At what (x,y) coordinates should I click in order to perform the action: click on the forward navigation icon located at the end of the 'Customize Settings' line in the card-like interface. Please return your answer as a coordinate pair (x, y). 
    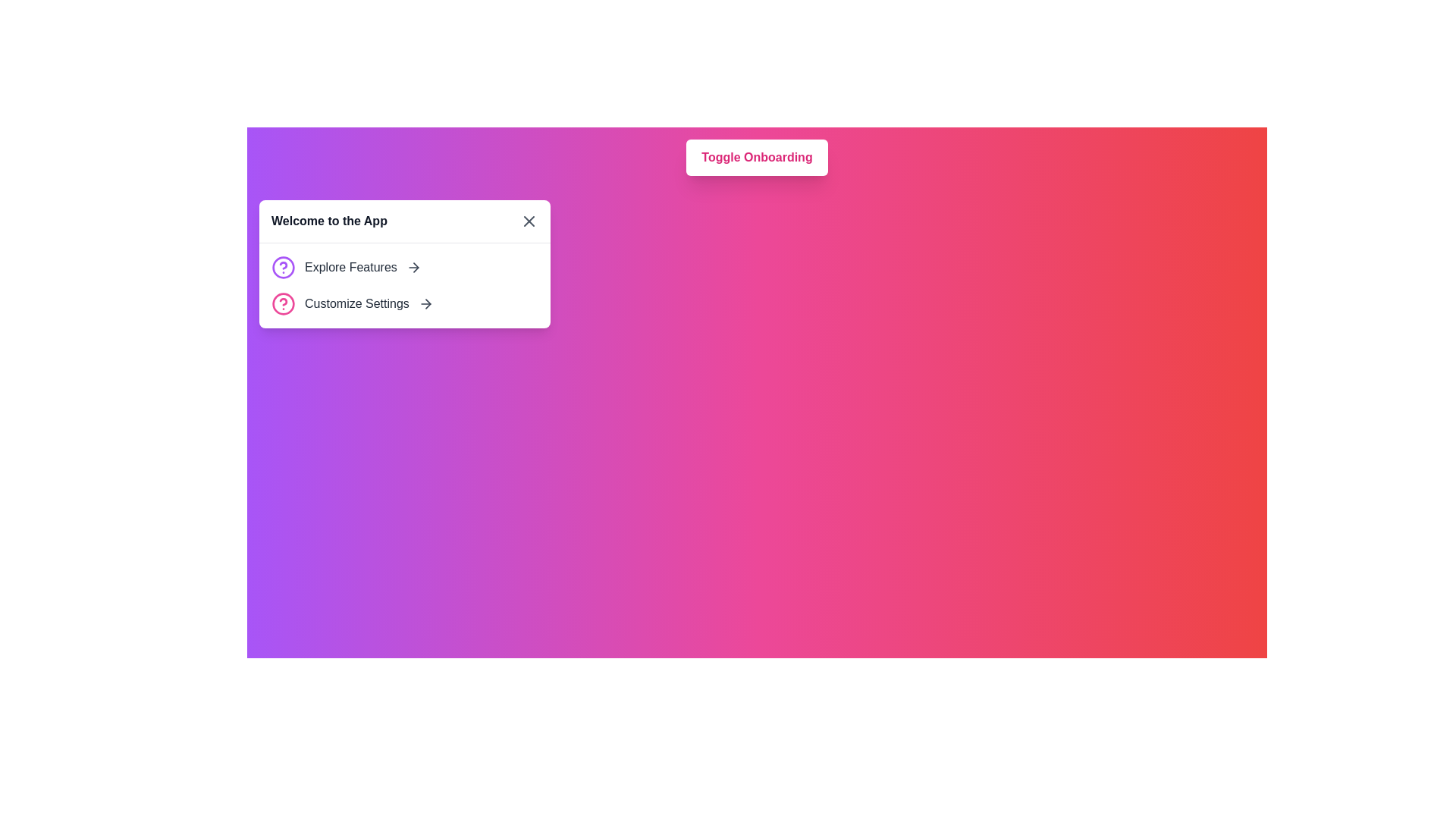
    Looking at the image, I should click on (416, 267).